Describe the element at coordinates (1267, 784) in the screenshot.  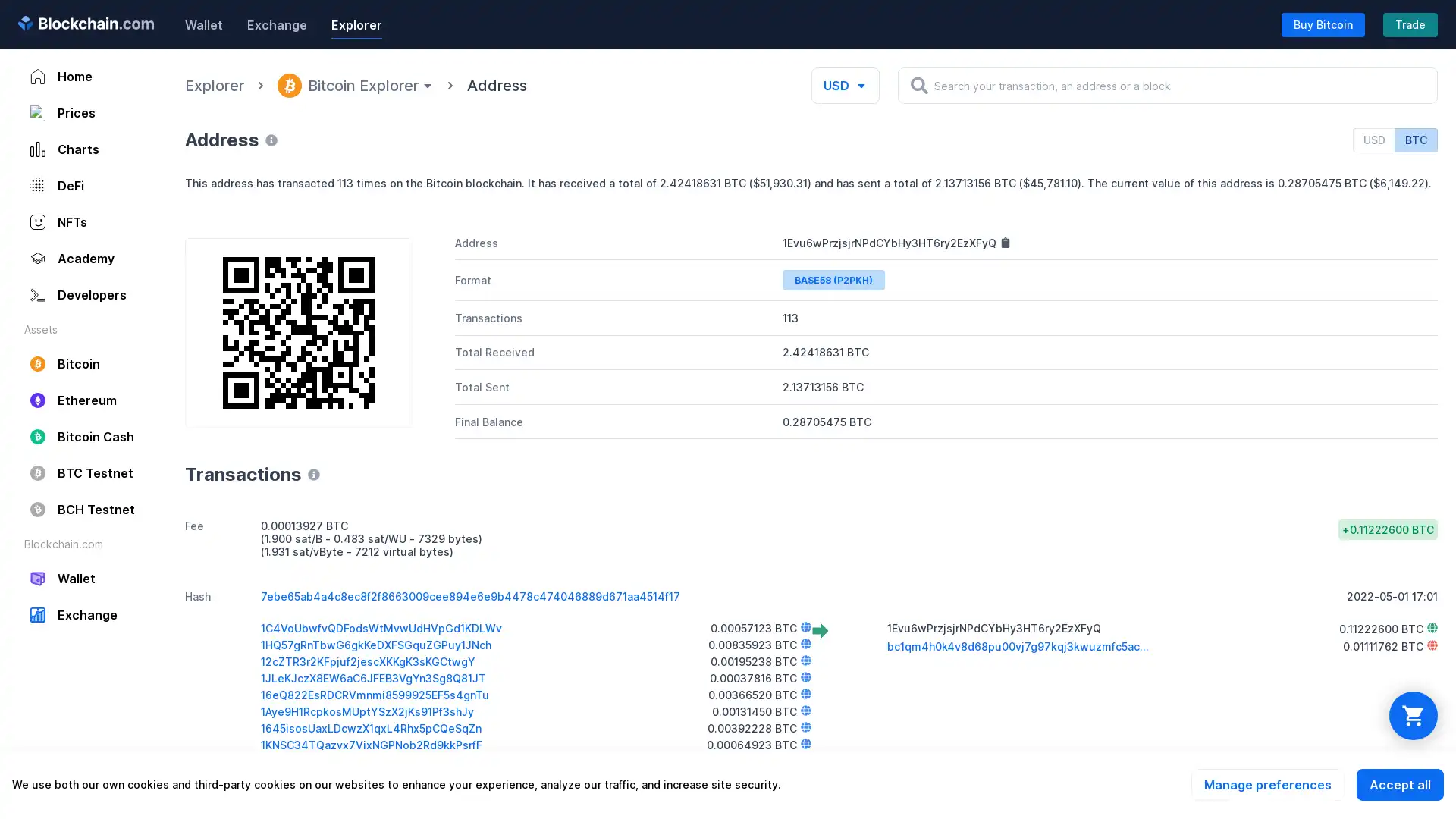
I see `Manage preferences` at that location.